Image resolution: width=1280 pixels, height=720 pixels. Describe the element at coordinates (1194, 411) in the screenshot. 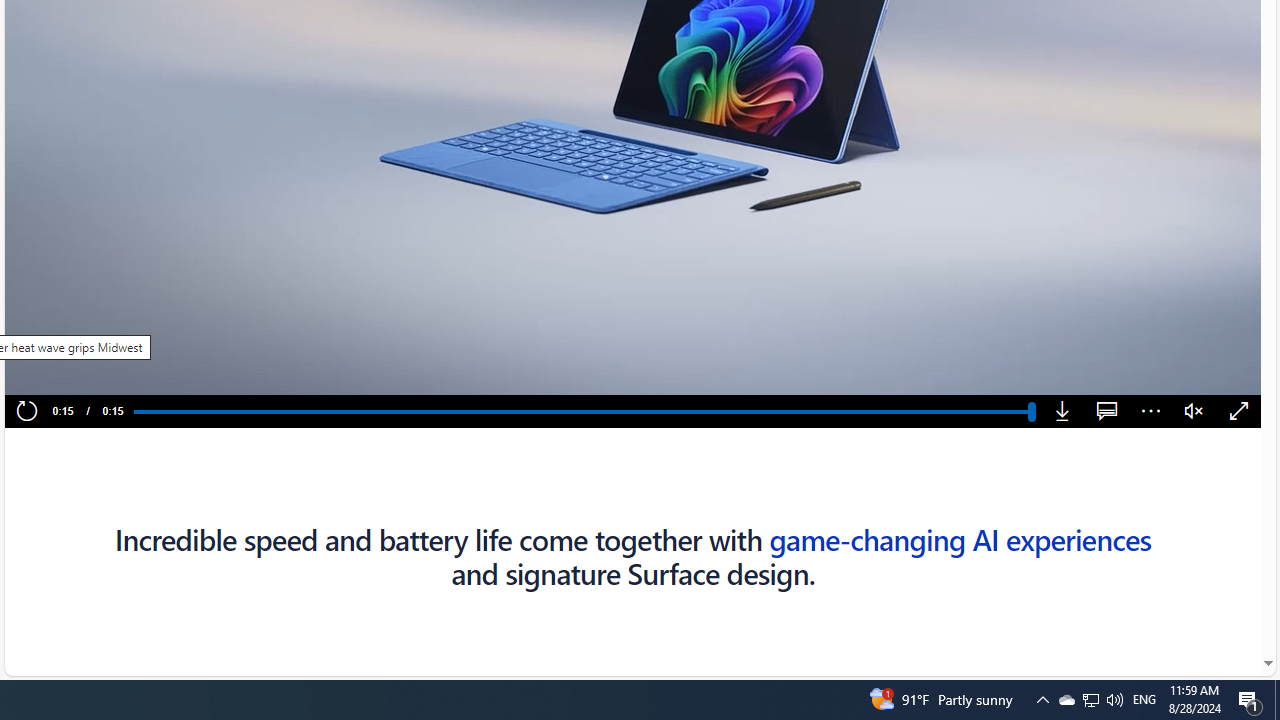

I see `'Unmute'` at that location.